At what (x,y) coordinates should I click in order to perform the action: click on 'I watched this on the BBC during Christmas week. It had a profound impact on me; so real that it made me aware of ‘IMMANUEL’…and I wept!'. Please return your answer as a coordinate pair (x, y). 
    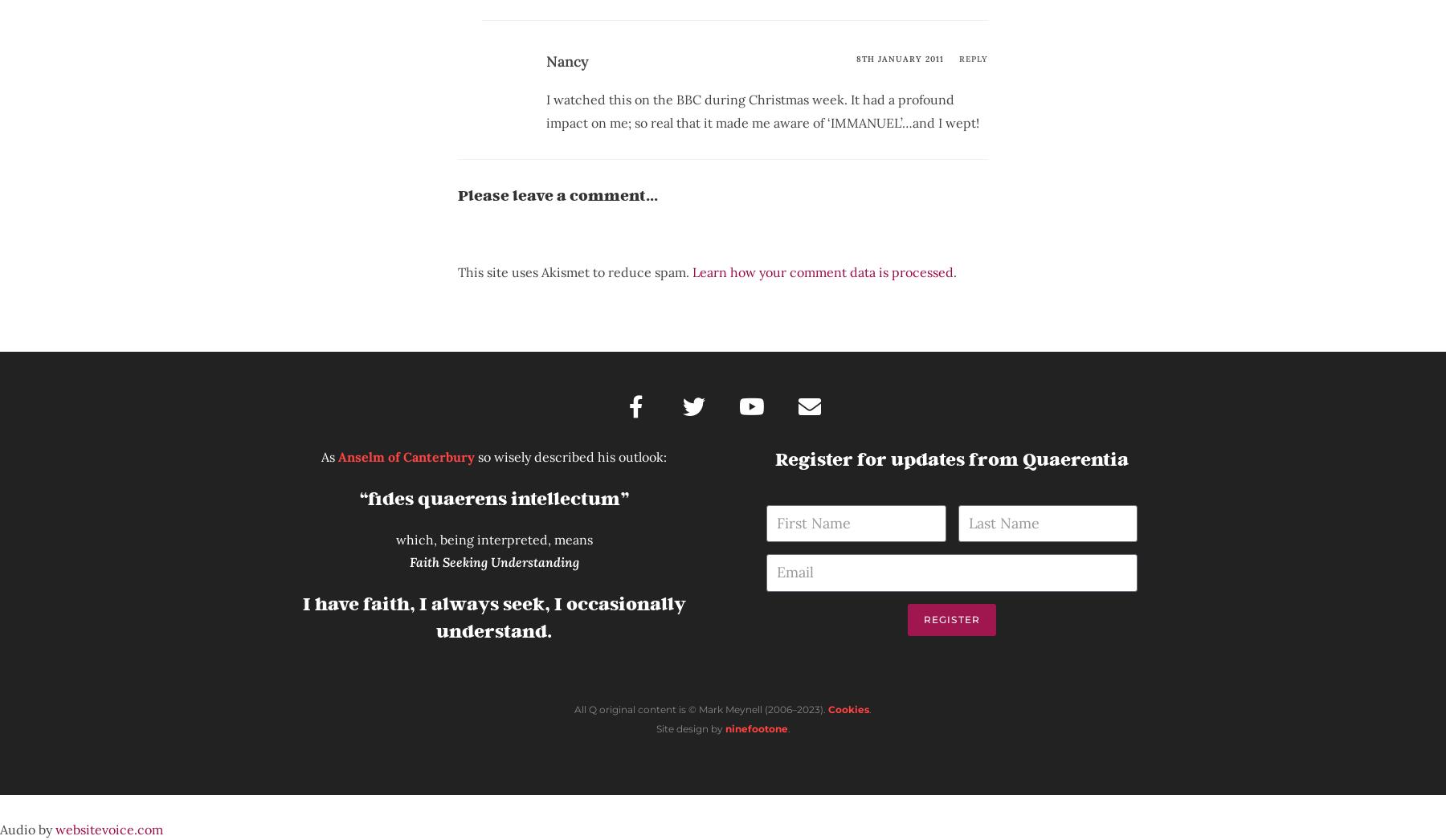
    Looking at the image, I should click on (545, 109).